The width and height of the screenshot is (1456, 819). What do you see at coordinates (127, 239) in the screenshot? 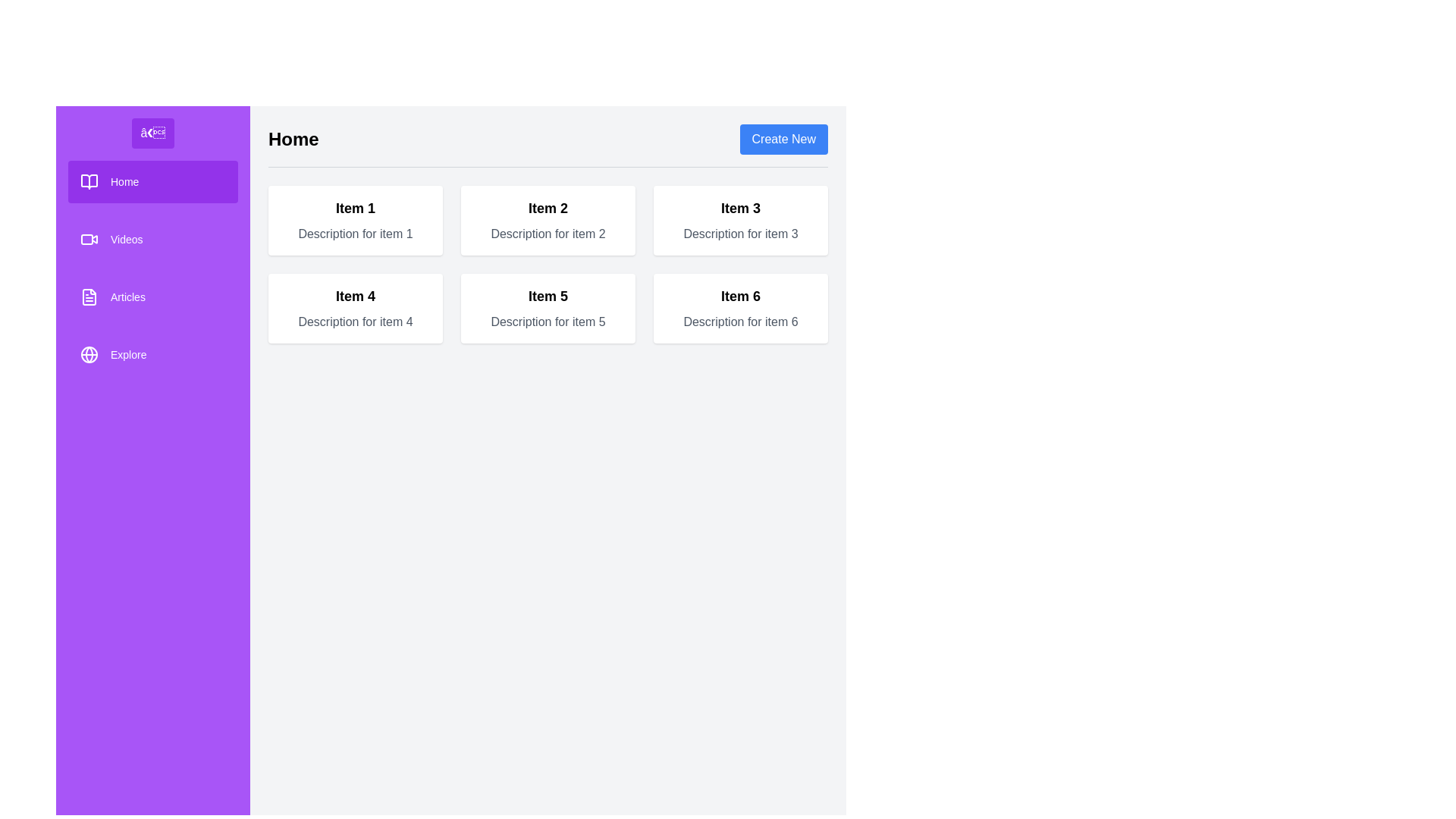
I see `text label 'Videos' located in the navigation panel below the 'Home' menu item` at bounding box center [127, 239].